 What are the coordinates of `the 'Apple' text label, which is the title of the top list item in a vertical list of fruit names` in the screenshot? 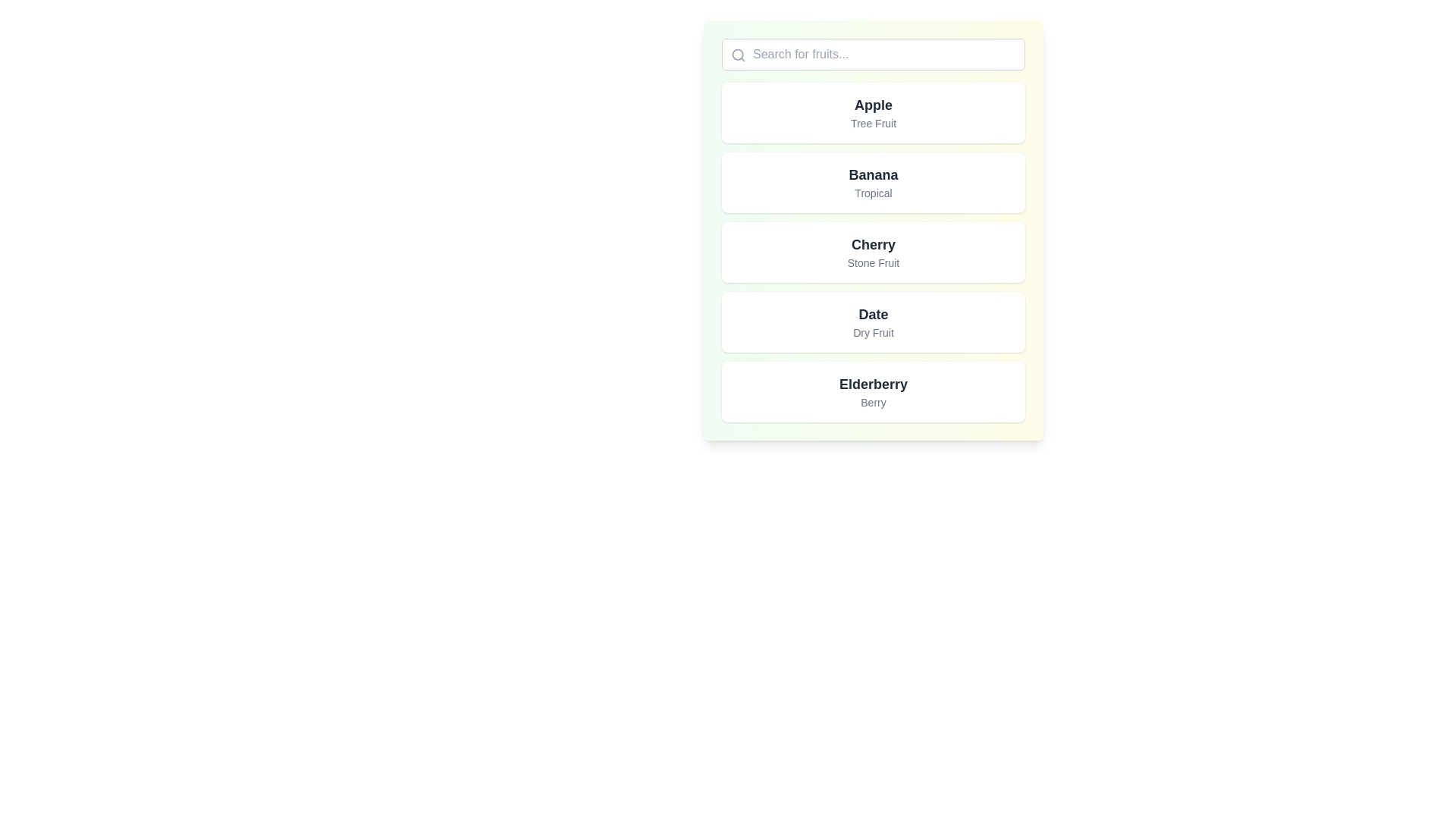 It's located at (874, 104).